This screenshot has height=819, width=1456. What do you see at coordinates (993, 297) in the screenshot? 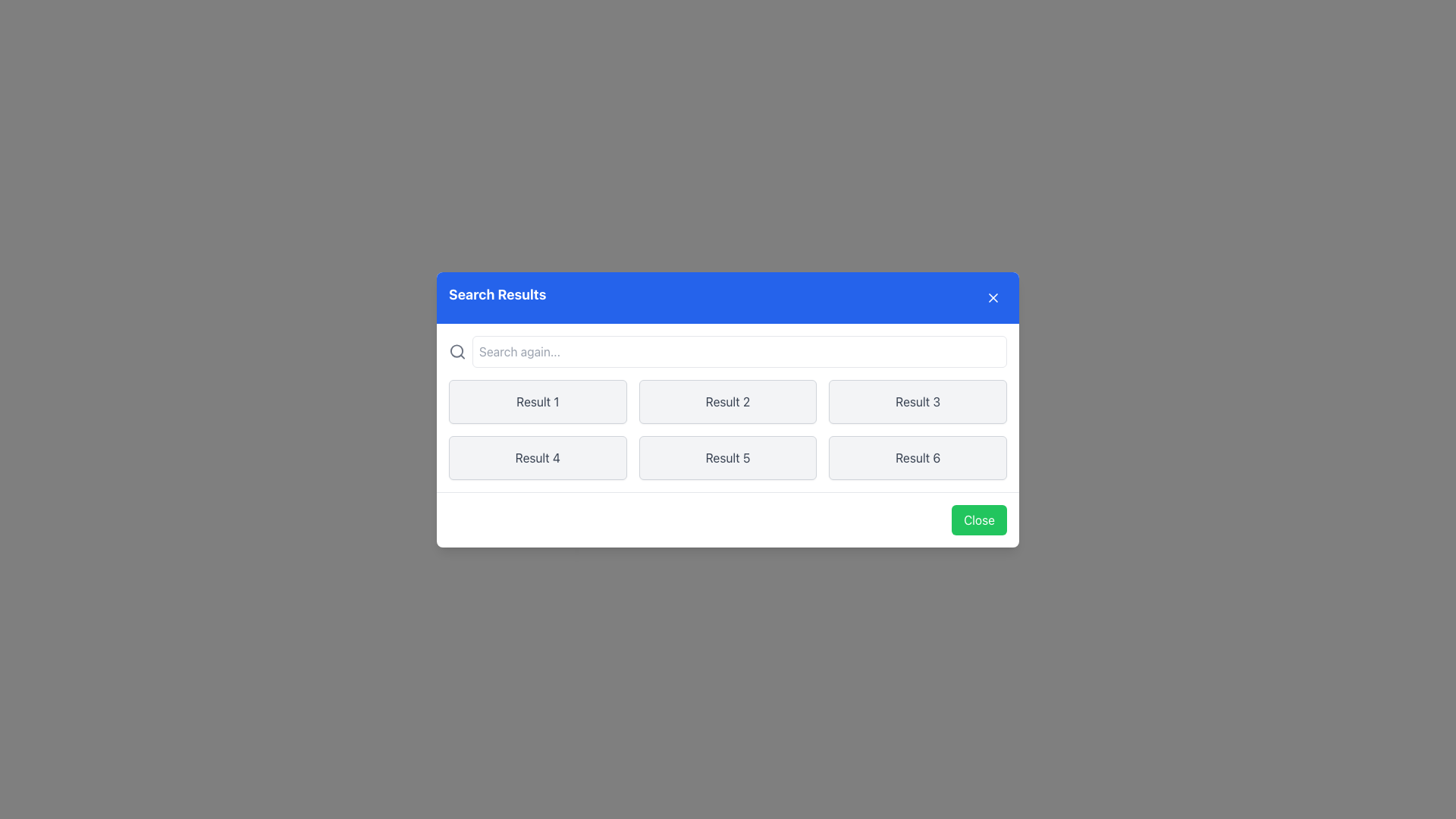
I see `the close or cancel button located in the top-right corner of the blue header bar` at bounding box center [993, 297].